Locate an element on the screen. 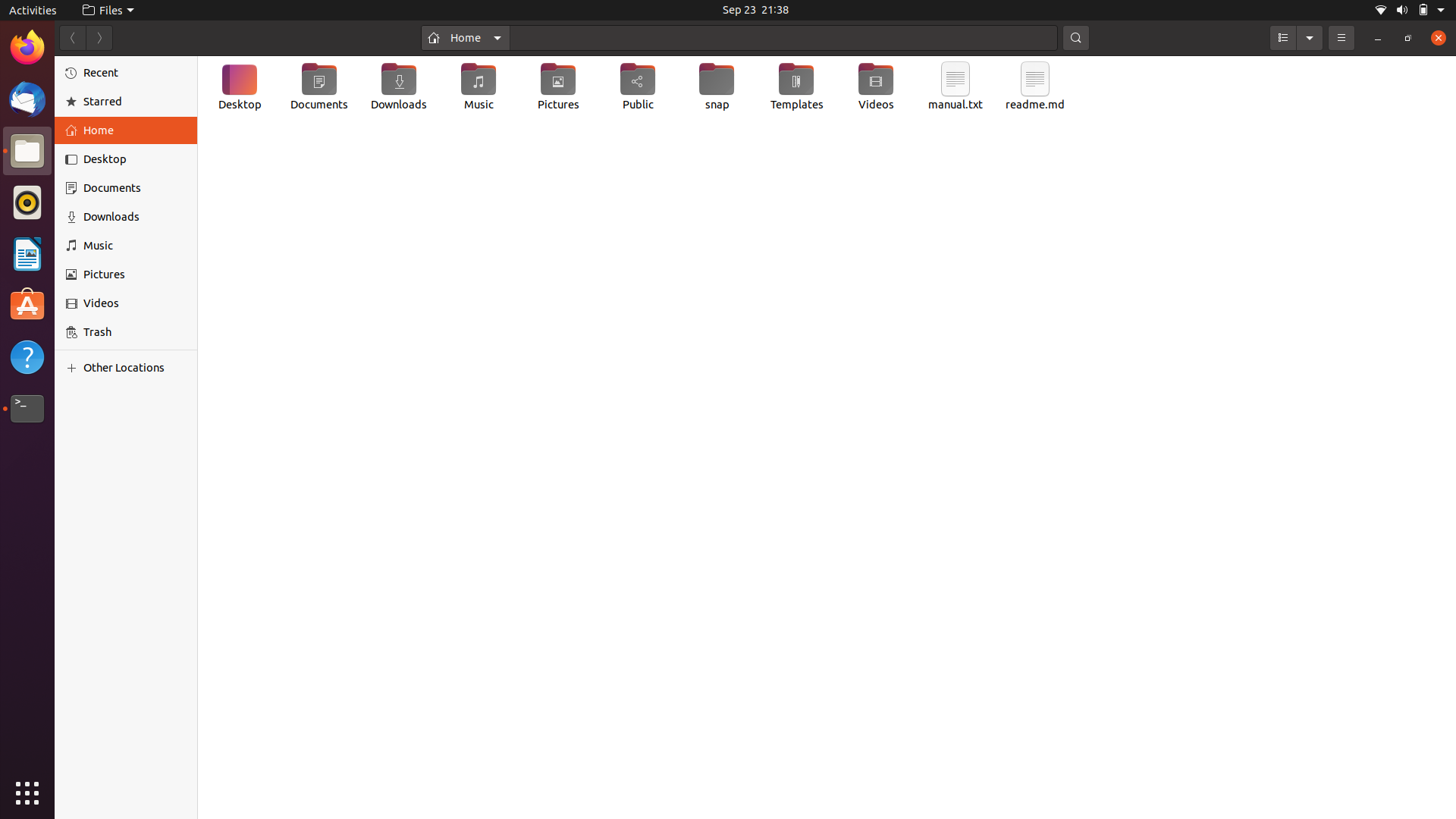 The width and height of the screenshot is (1456, 819). Search for a text document called "helloworld.txt" in your main directory is located at coordinates (785, 36).